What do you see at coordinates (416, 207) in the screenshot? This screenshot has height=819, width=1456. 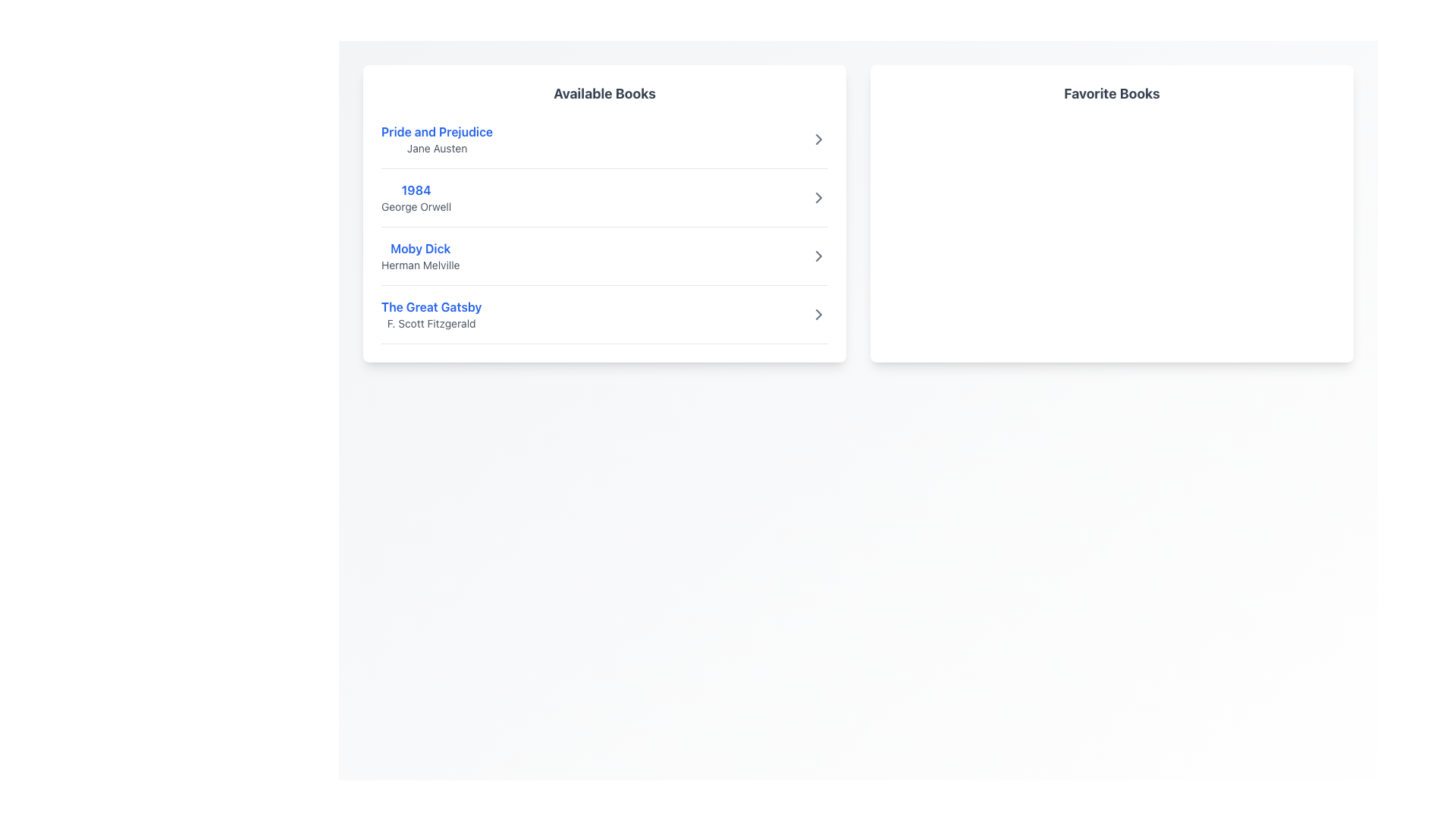 I see `text label displaying 'George Orwell', which is styled in gray and located beneath the '1984' title in the Available Books list` at bounding box center [416, 207].